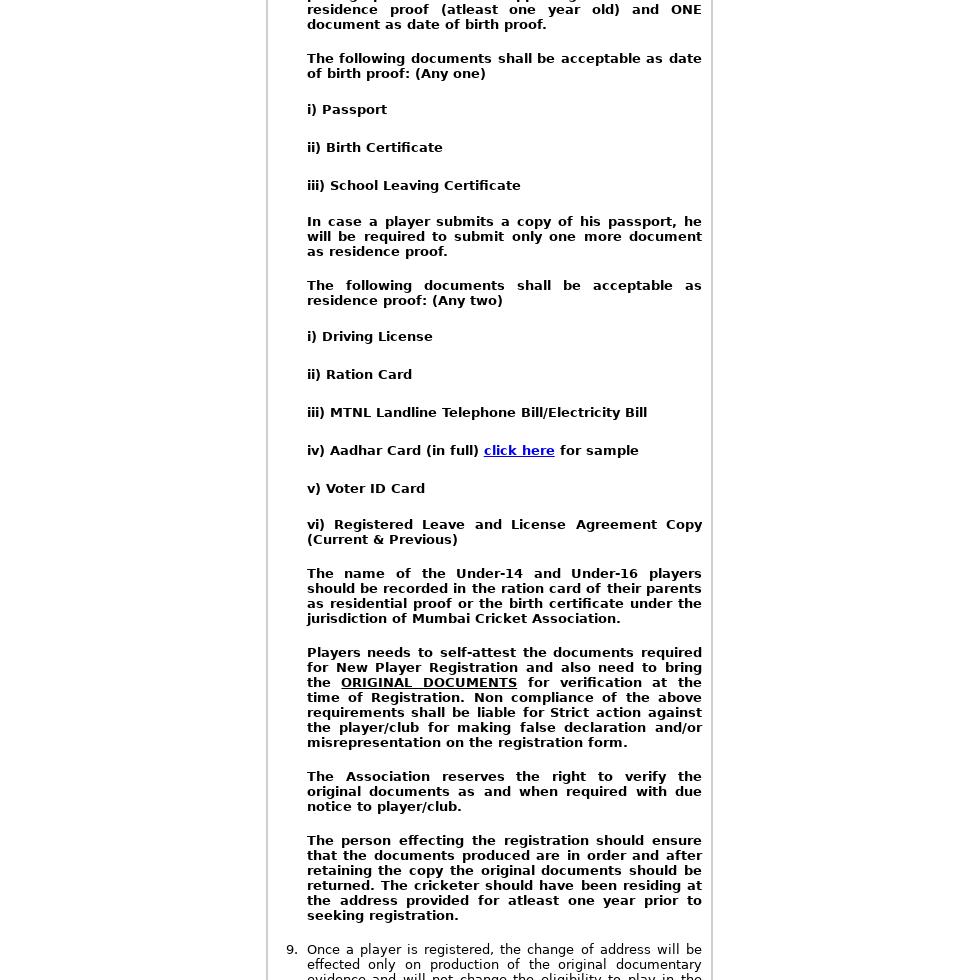 Image resolution: width=980 pixels, height=980 pixels. What do you see at coordinates (305, 293) in the screenshot?
I see `'The following documents shall be acceptable as residence proof: (Any two)'` at bounding box center [305, 293].